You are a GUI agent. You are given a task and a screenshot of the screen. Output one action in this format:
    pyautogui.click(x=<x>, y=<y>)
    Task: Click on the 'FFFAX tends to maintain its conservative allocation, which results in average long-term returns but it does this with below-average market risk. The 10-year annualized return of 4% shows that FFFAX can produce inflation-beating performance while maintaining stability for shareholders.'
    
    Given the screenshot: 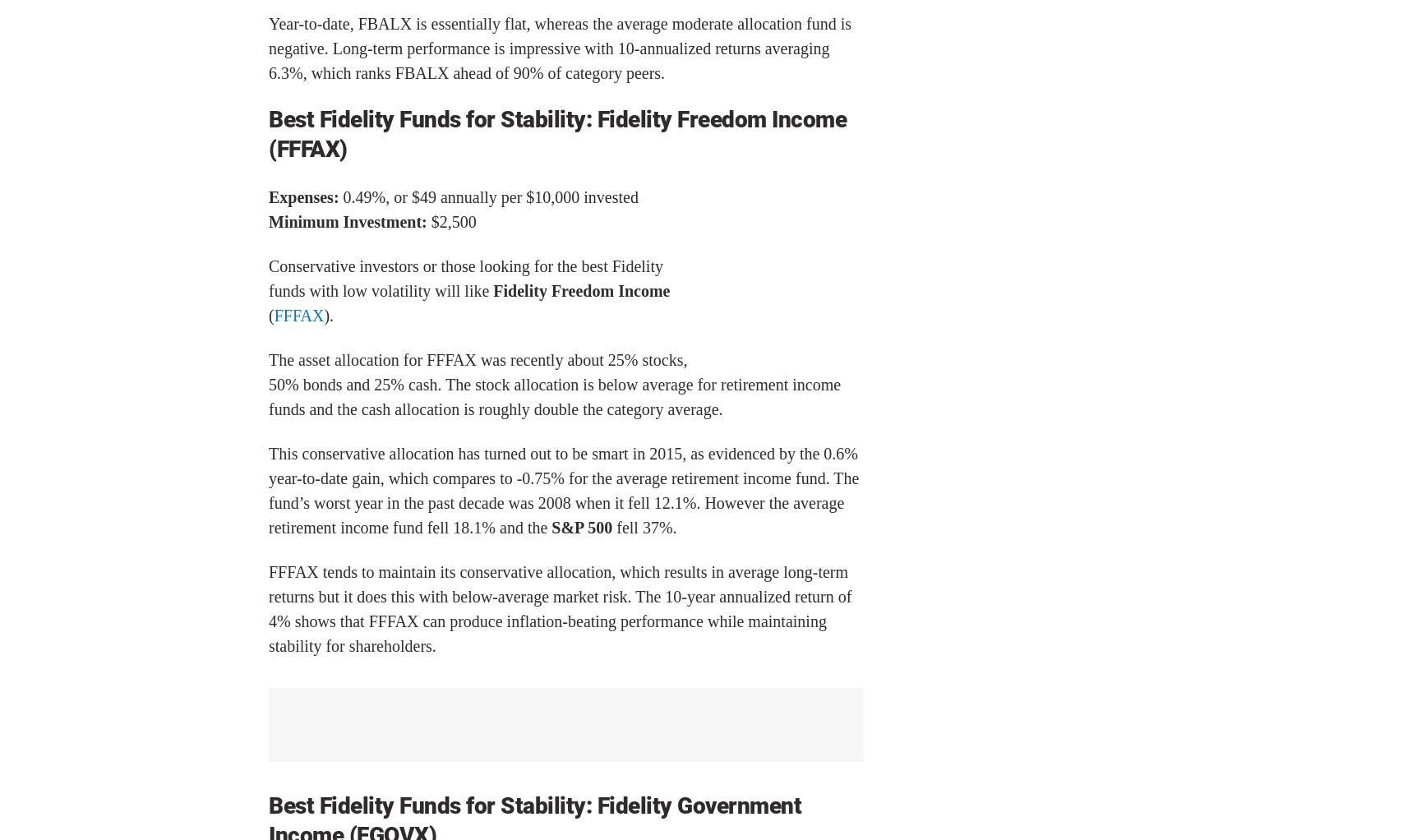 What is the action you would take?
    pyautogui.click(x=268, y=607)
    